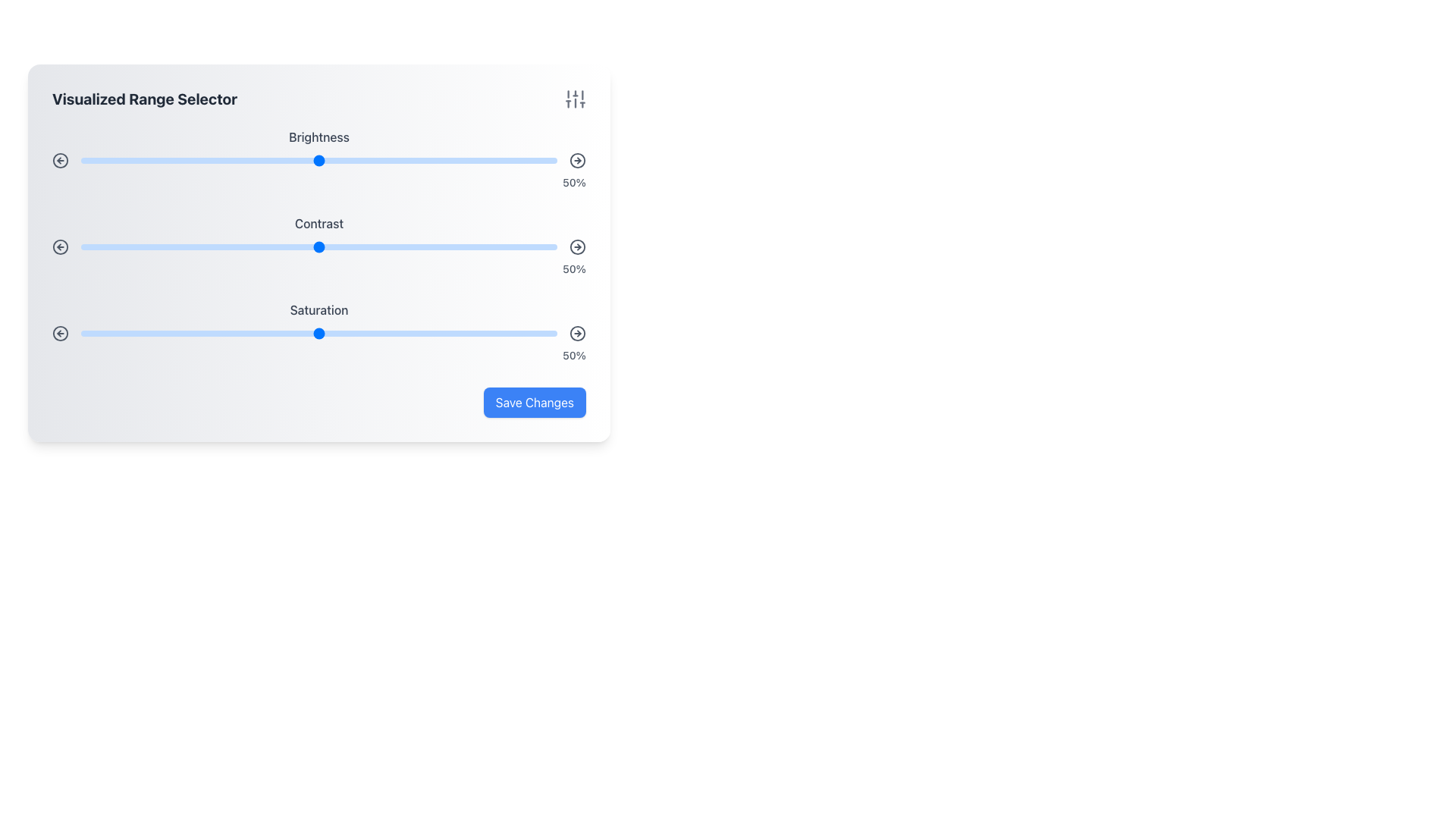 The image size is (1456, 819). What do you see at coordinates (318, 356) in the screenshot?
I see `the text label indicating the current value (50%) of the 'Saturation' slider, located to the far right of the slider within the control panel` at bounding box center [318, 356].